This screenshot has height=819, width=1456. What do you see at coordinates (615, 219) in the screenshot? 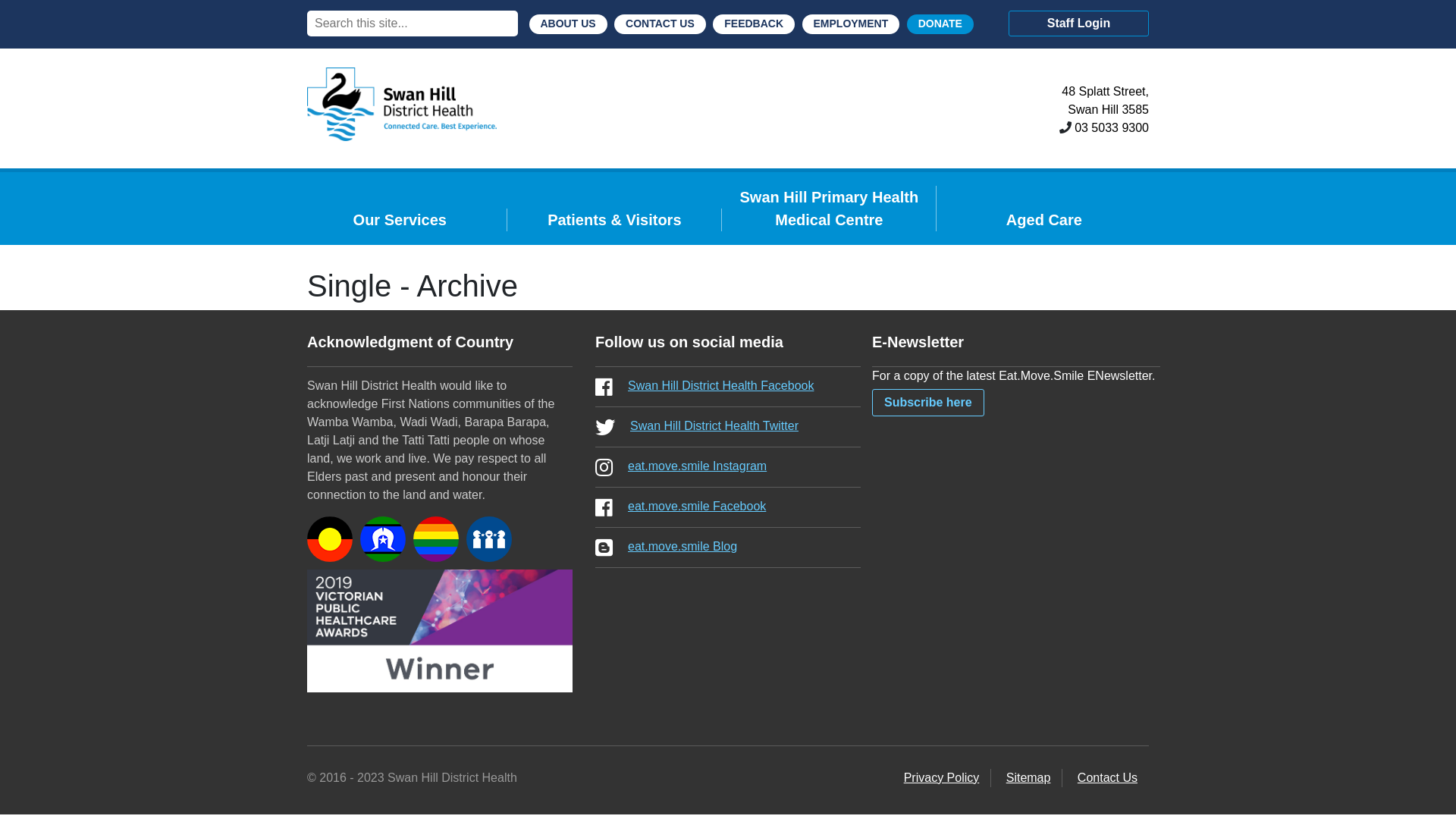
I see `'Patients & Visitors'` at bounding box center [615, 219].